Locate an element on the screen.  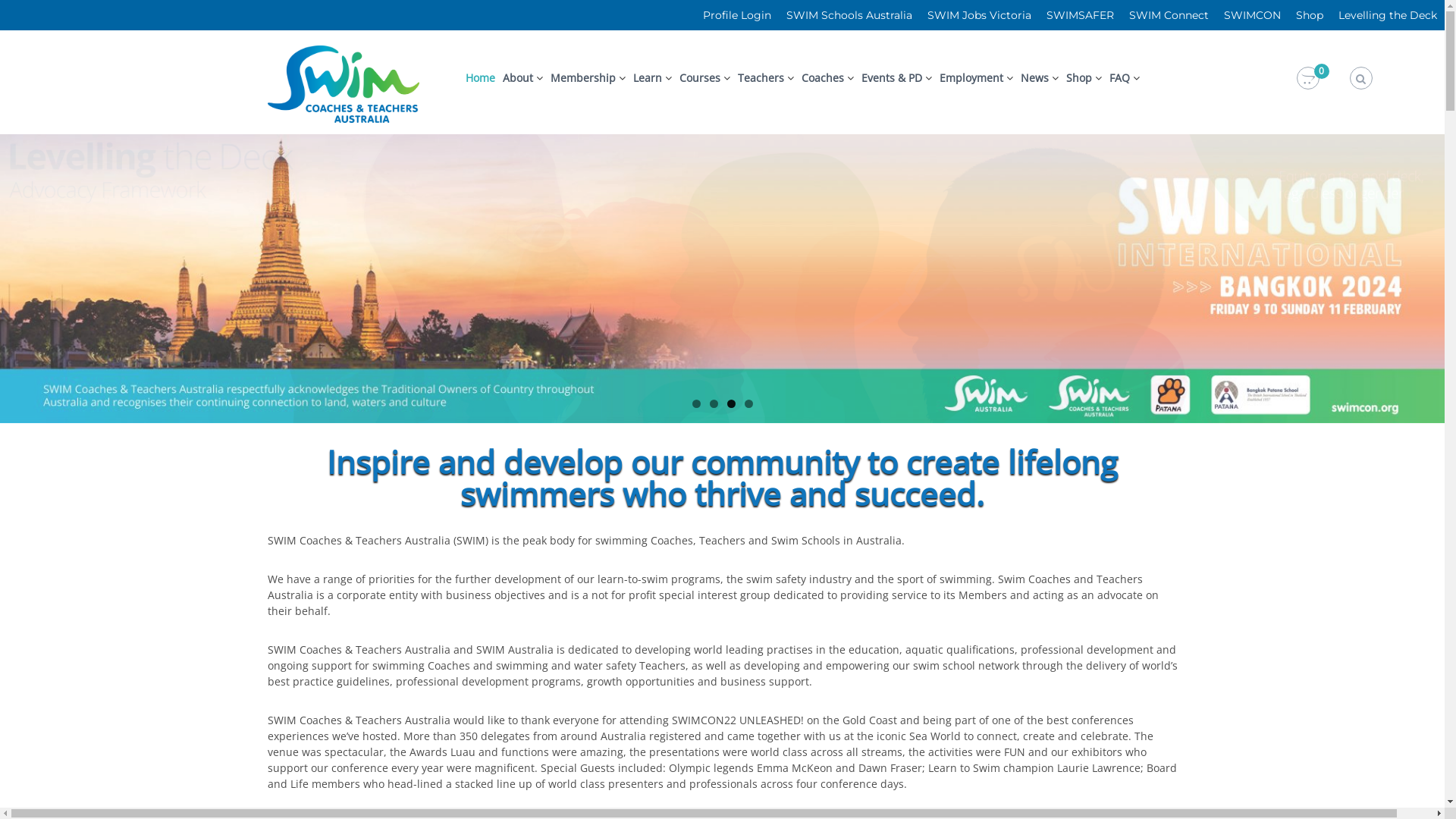
'SWIM Jobs Victoria' is located at coordinates (979, 14).